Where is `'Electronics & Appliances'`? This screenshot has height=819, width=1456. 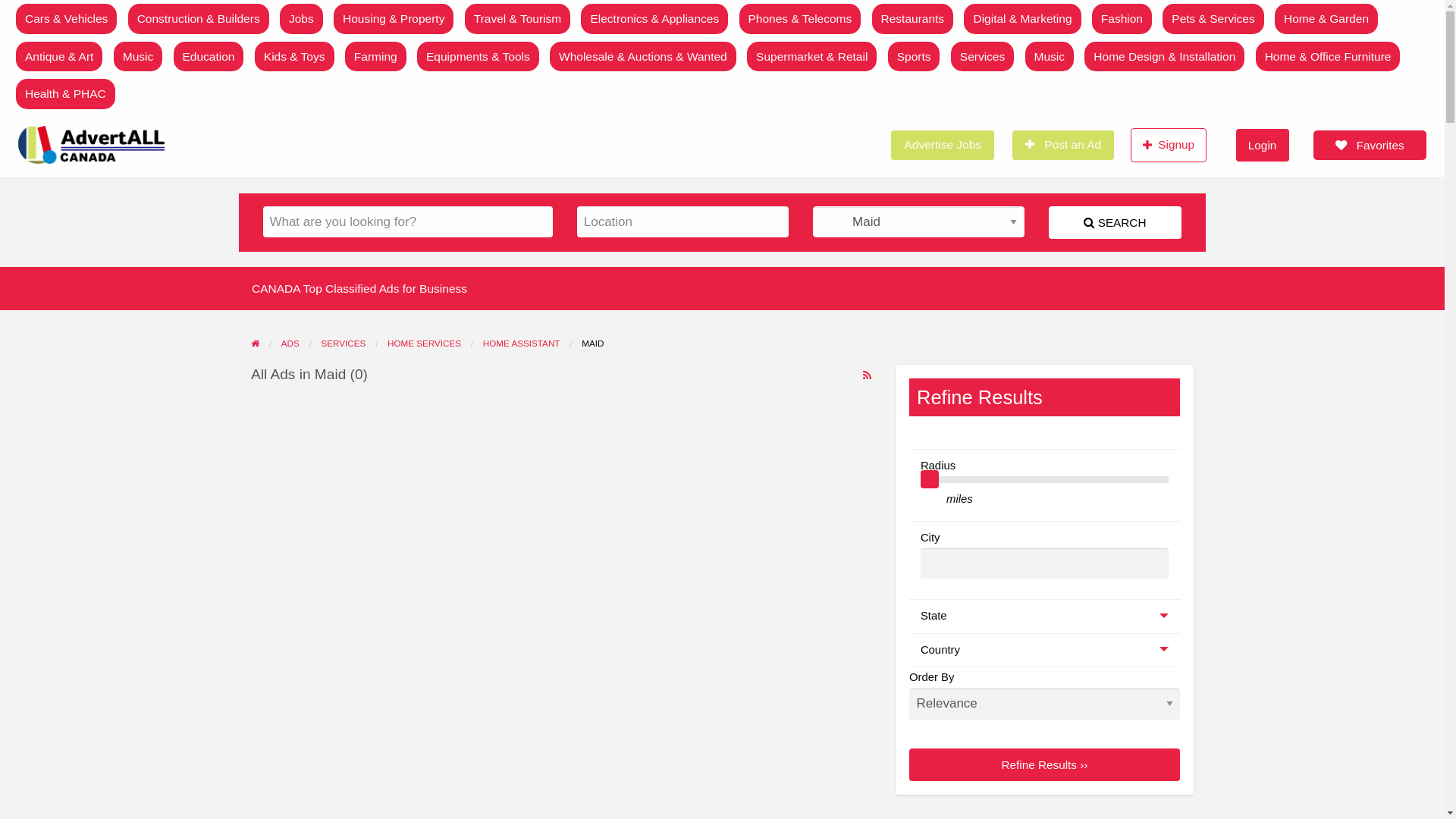 'Electronics & Appliances' is located at coordinates (654, 18).